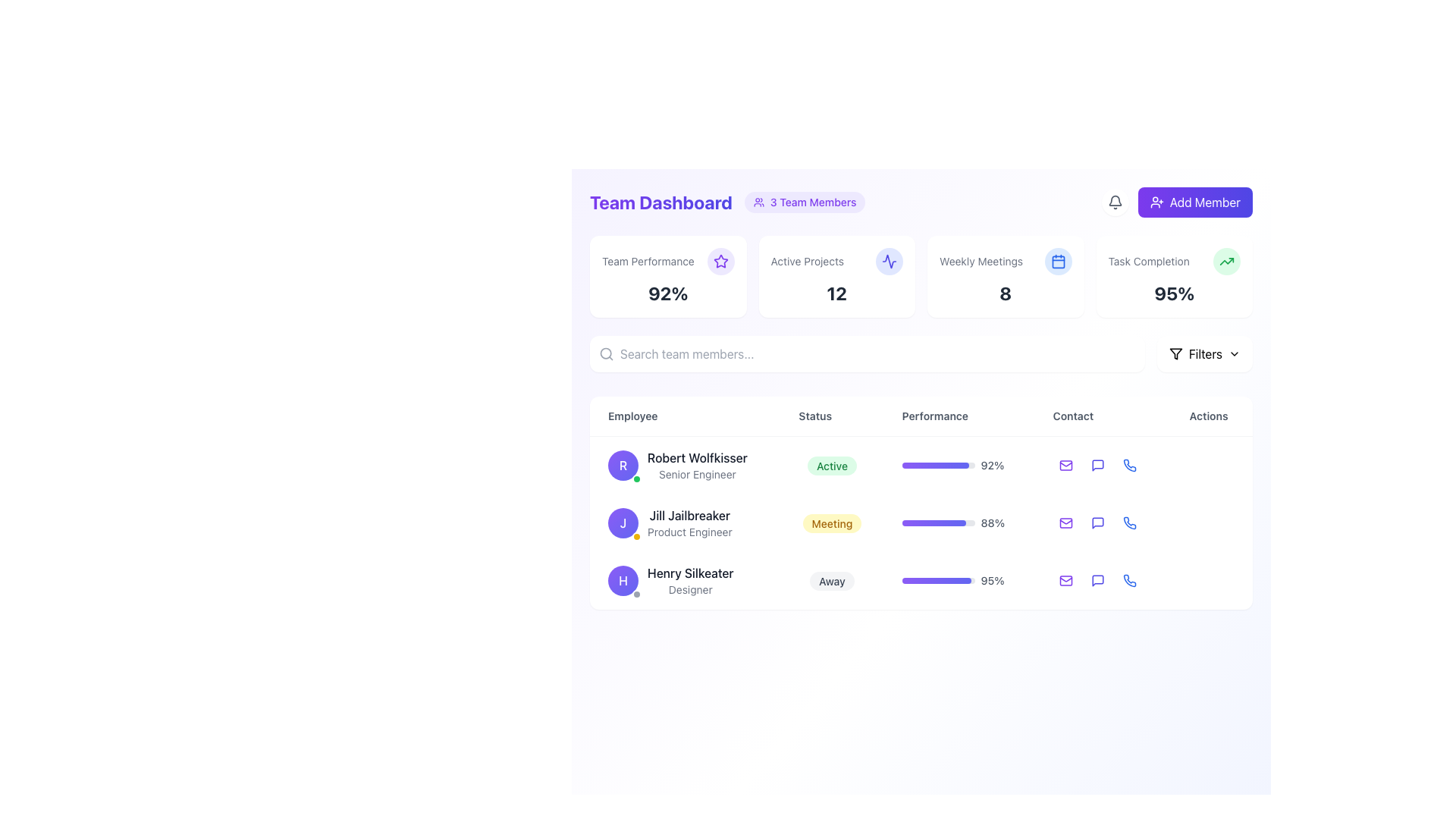 This screenshot has width=1456, height=819. What do you see at coordinates (689, 532) in the screenshot?
I see `the static text label that describes the job title of 'Jill Jailbreaker', which is located directly below her name in the team members list` at bounding box center [689, 532].